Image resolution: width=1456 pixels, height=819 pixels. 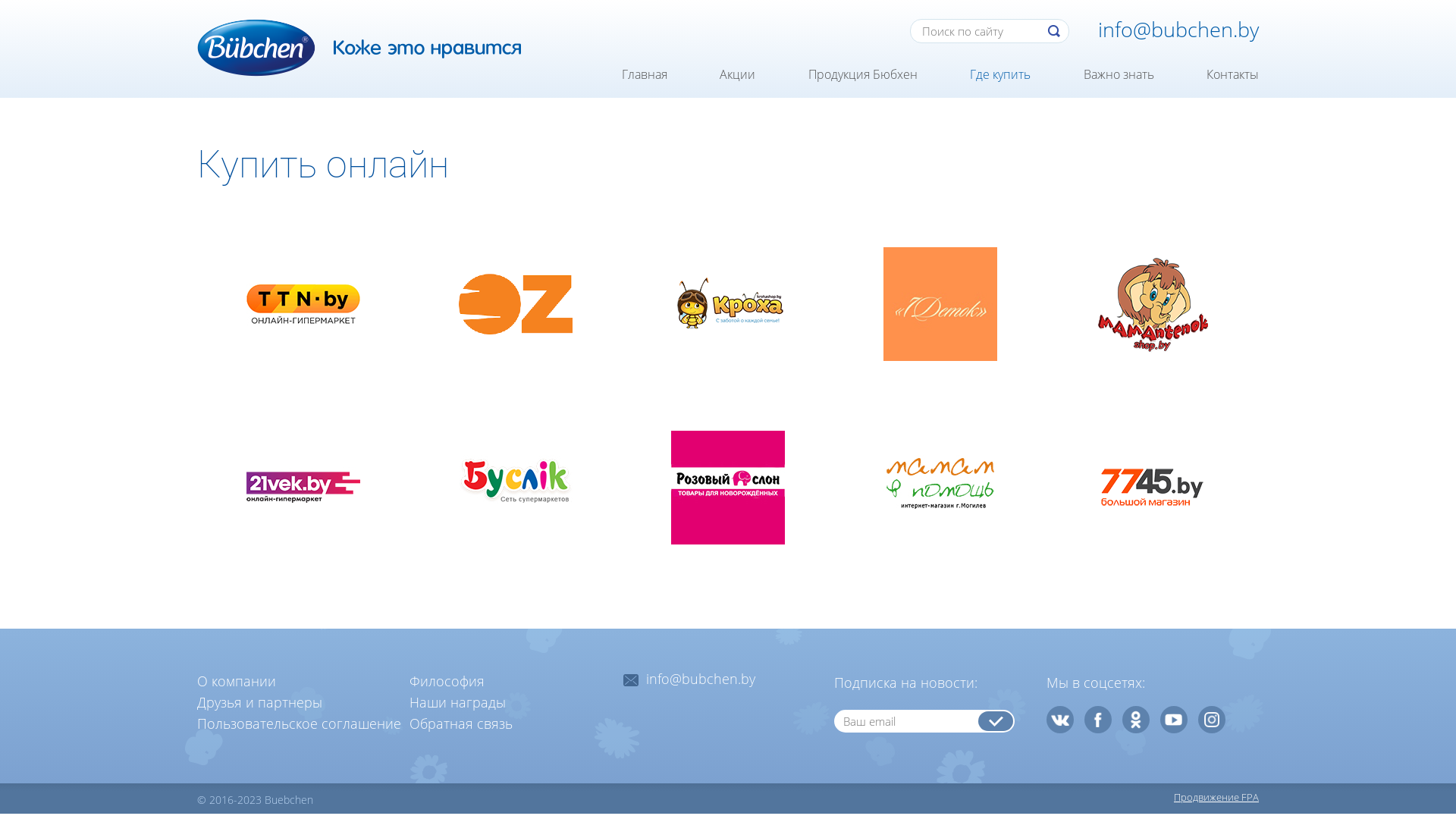 What do you see at coordinates (1178, 29) in the screenshot?
I see `'info@bubchen.by'` at bounding box center [1178, 29].